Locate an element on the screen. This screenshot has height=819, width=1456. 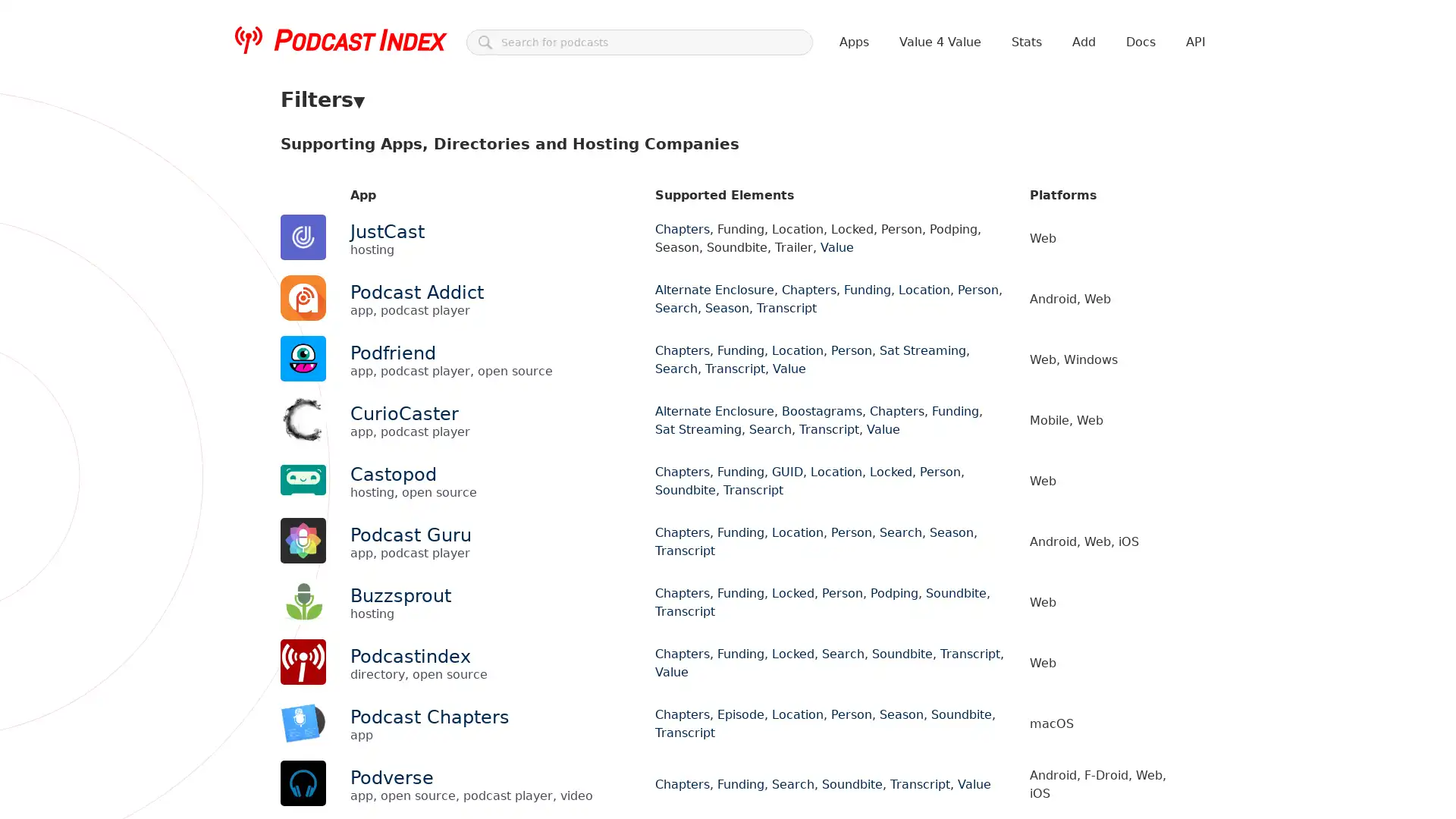
Trailer is located at coordinates (632, 258).